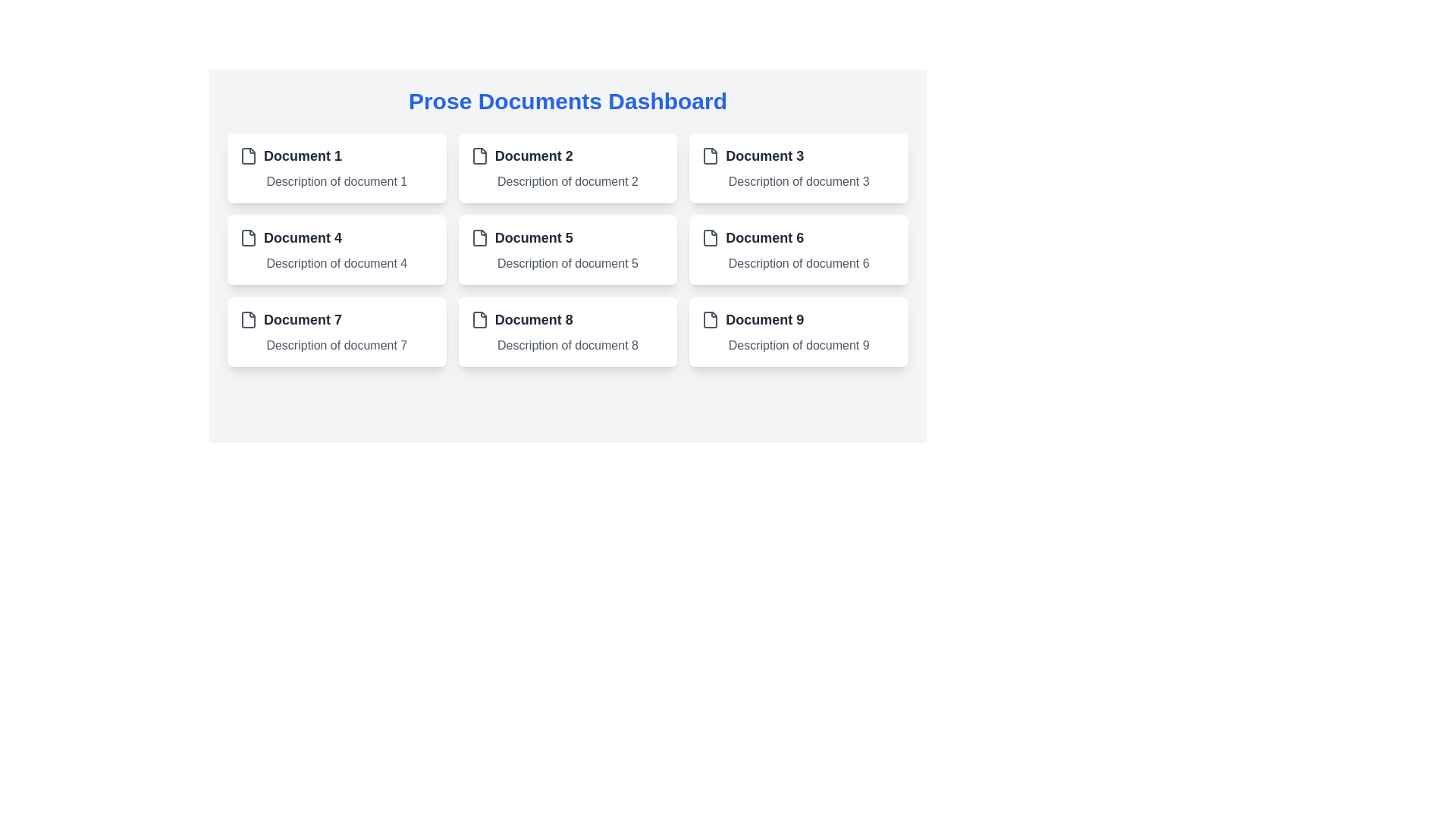  Describe the element at coordinates (764, 318) in the screenshot. I see `the title text label located in the bottom-right corner of the last card in a 3x3 grid layout, which serves as an identifier for the associated document representation` at that location.